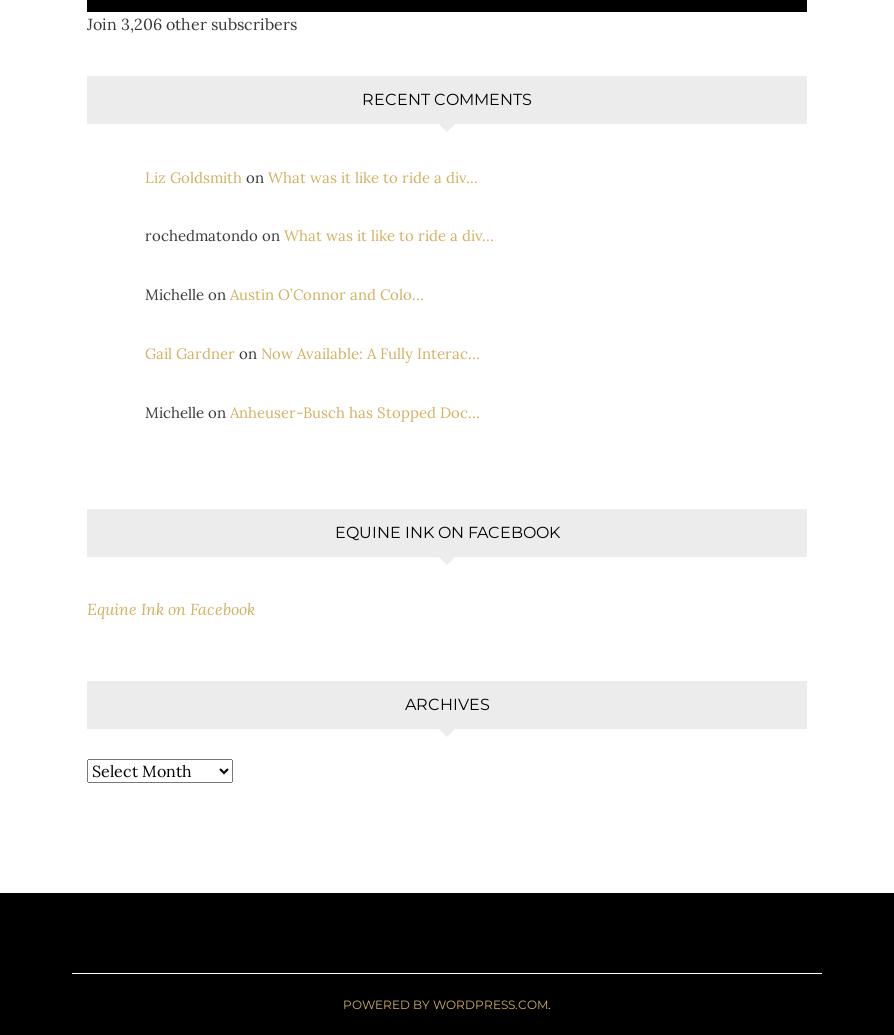  Describe the element at coordinates (445, 703) in the screenshot. I see `'Archives'` at that location.